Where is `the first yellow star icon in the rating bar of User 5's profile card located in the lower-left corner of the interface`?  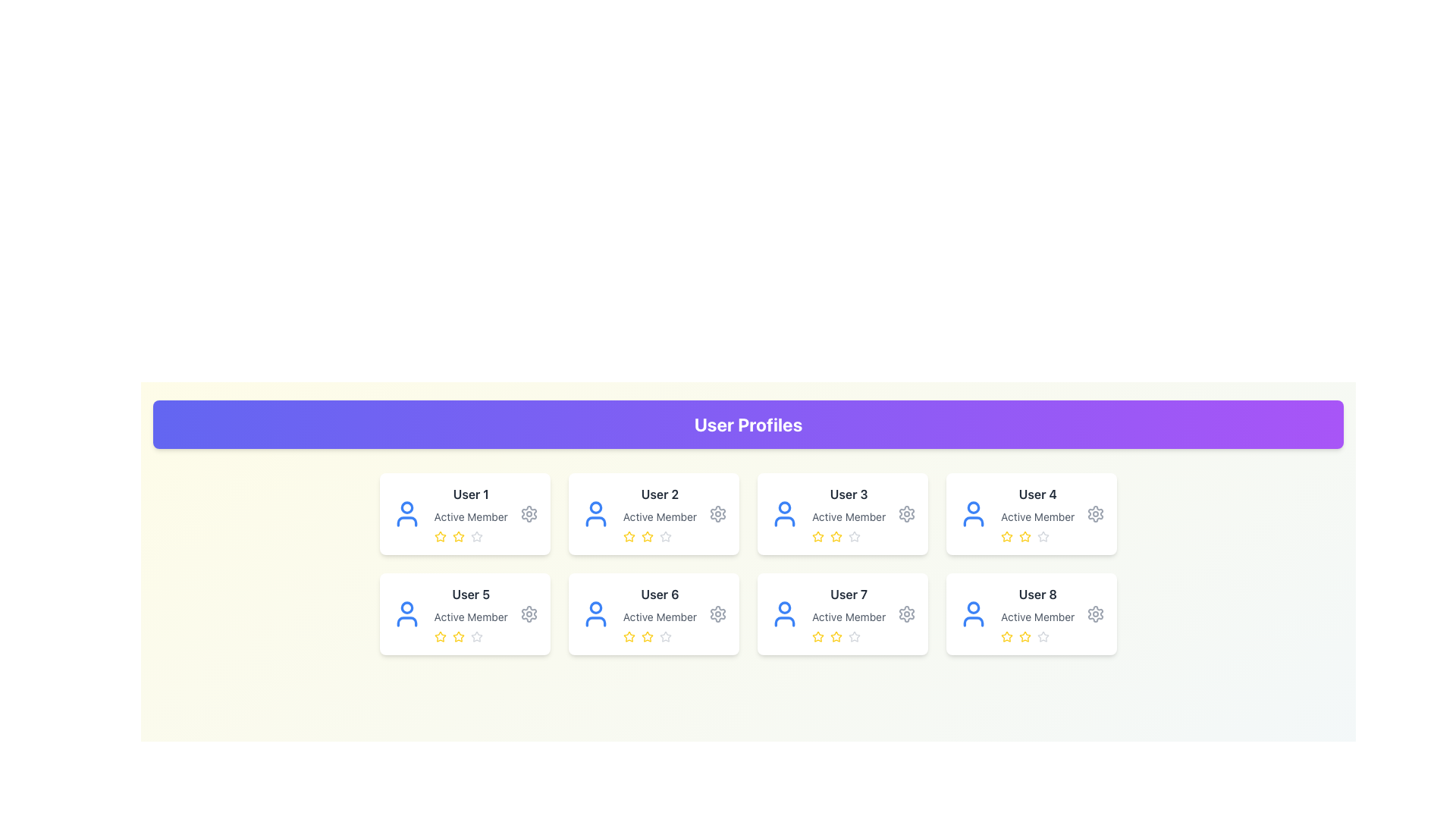 the first yellow star icon in the rating bar of User 5's profile card located in the lower-left corner of the interface is located at coordinates (439, 637).